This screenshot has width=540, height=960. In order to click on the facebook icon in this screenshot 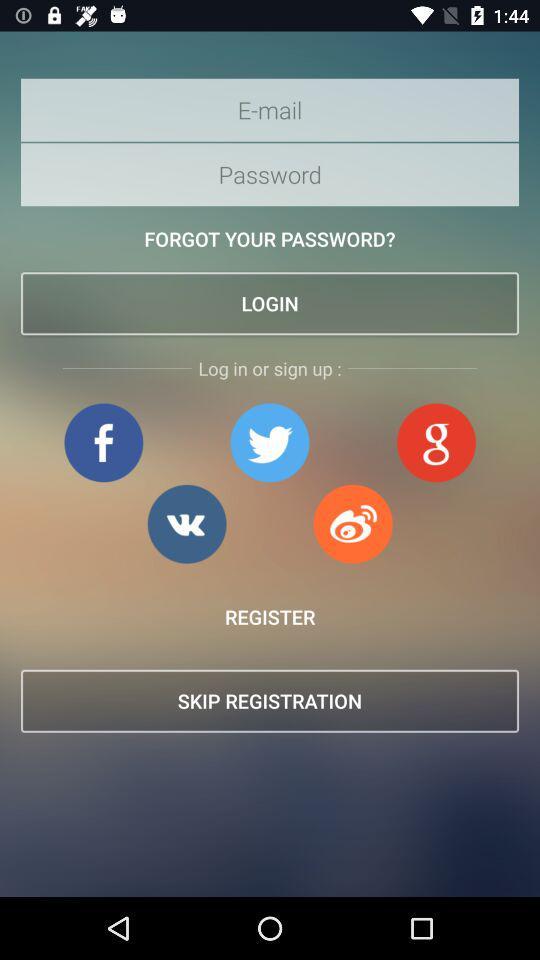, I will do `click(103, 442)`.